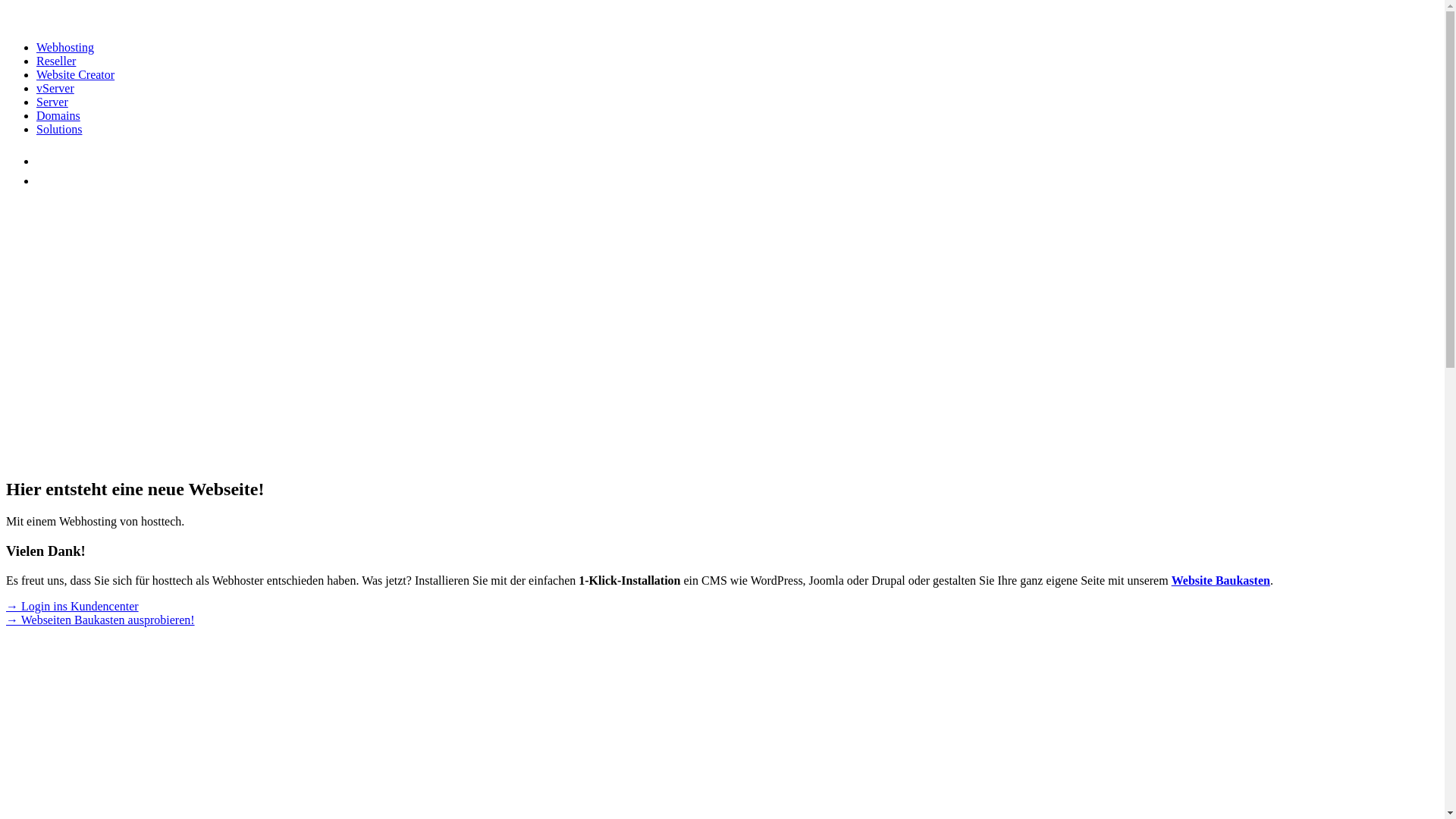 This screenshot has width=1456, height=819. What do you see at coordinates (55, 88) in the screenshot?
I see `'vServer'` at bounding box center [55, 88].